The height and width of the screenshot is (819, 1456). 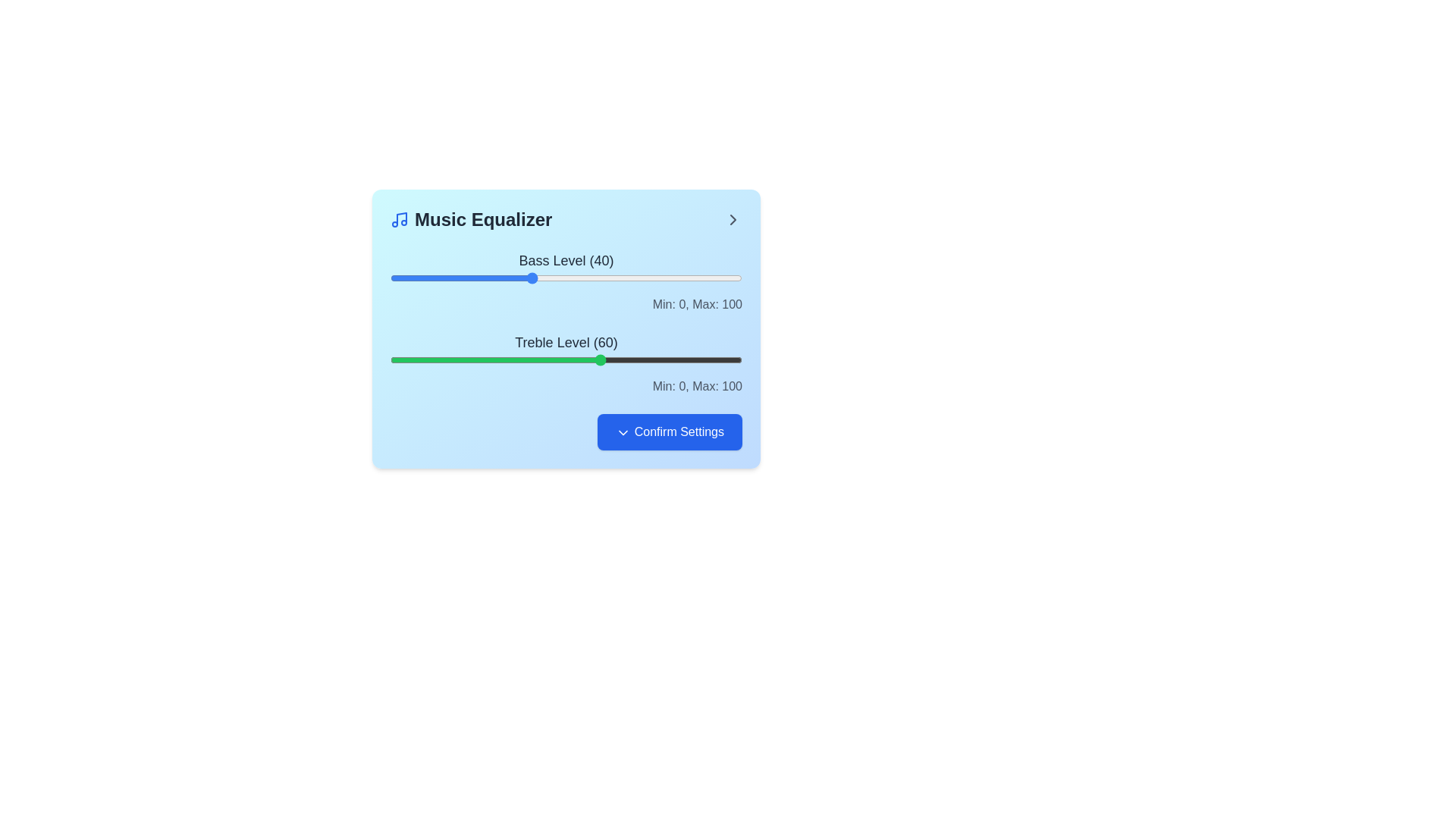 I want to click on the Bass Level slider, so click(x=467, y=278).